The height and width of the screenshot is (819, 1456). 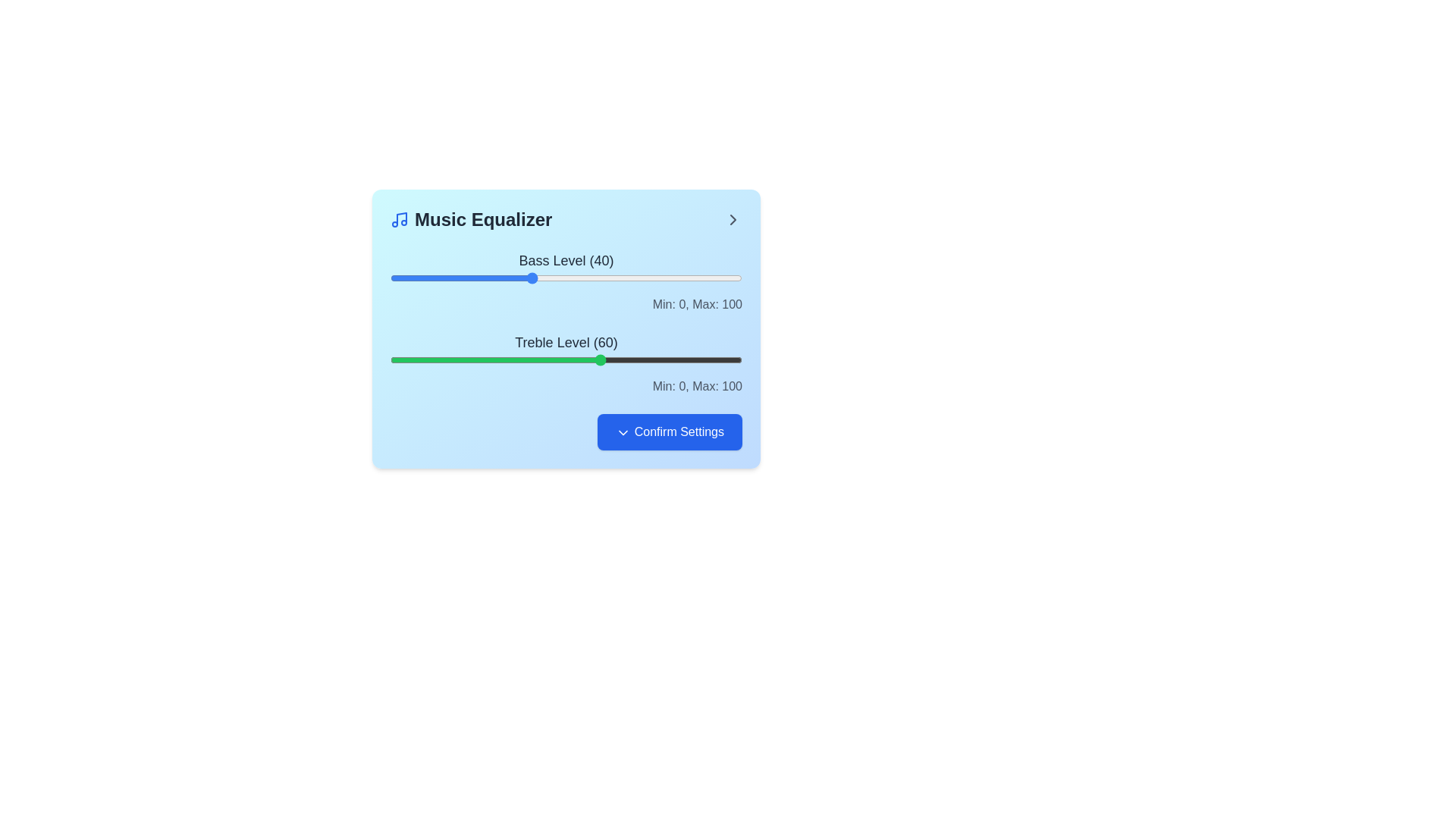 I want to click on the Bass Level slider, so click(x=467, y=278).